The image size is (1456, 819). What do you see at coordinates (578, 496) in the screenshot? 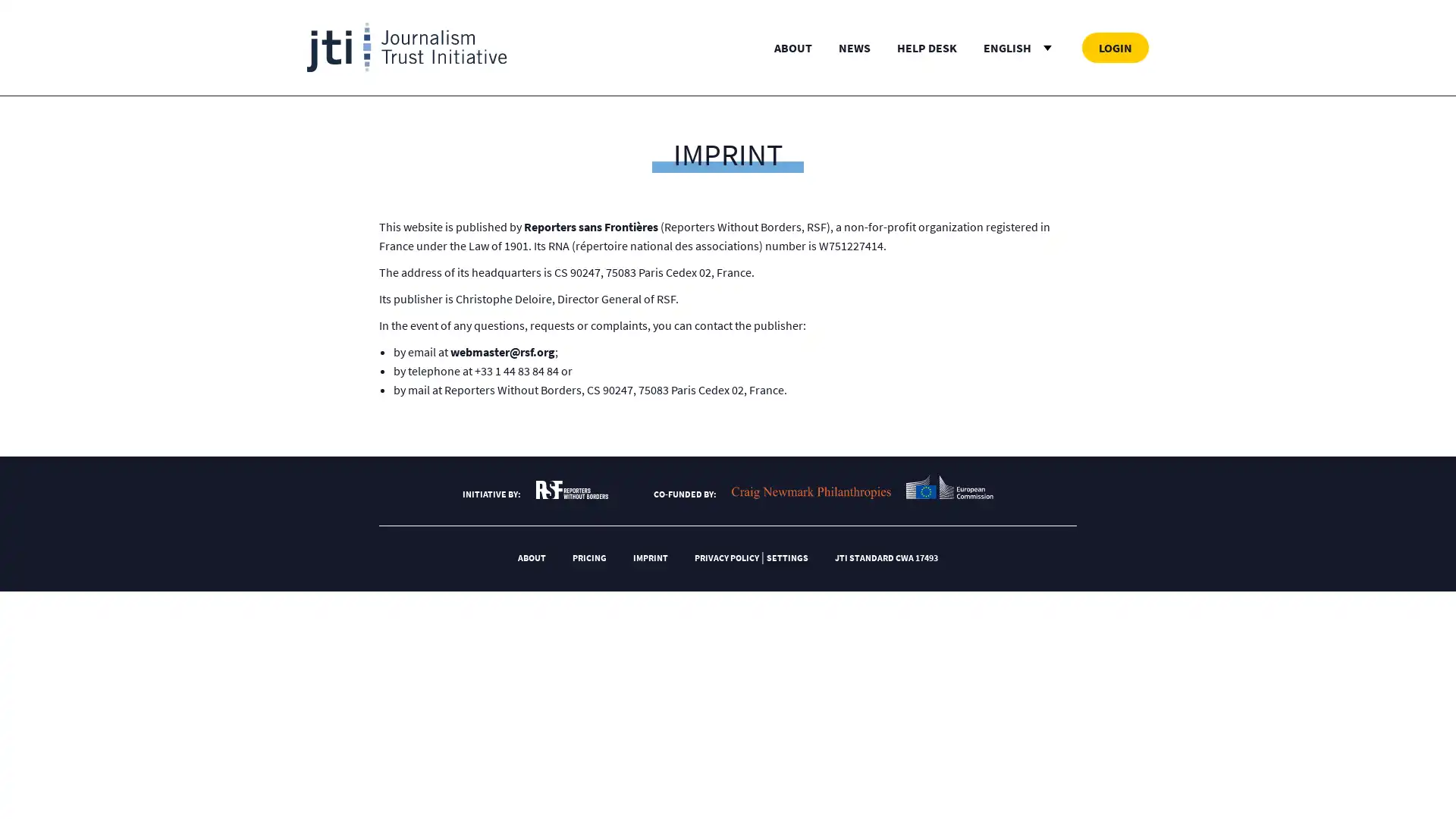
I see `Save Services` at bounding box center [578, 496].